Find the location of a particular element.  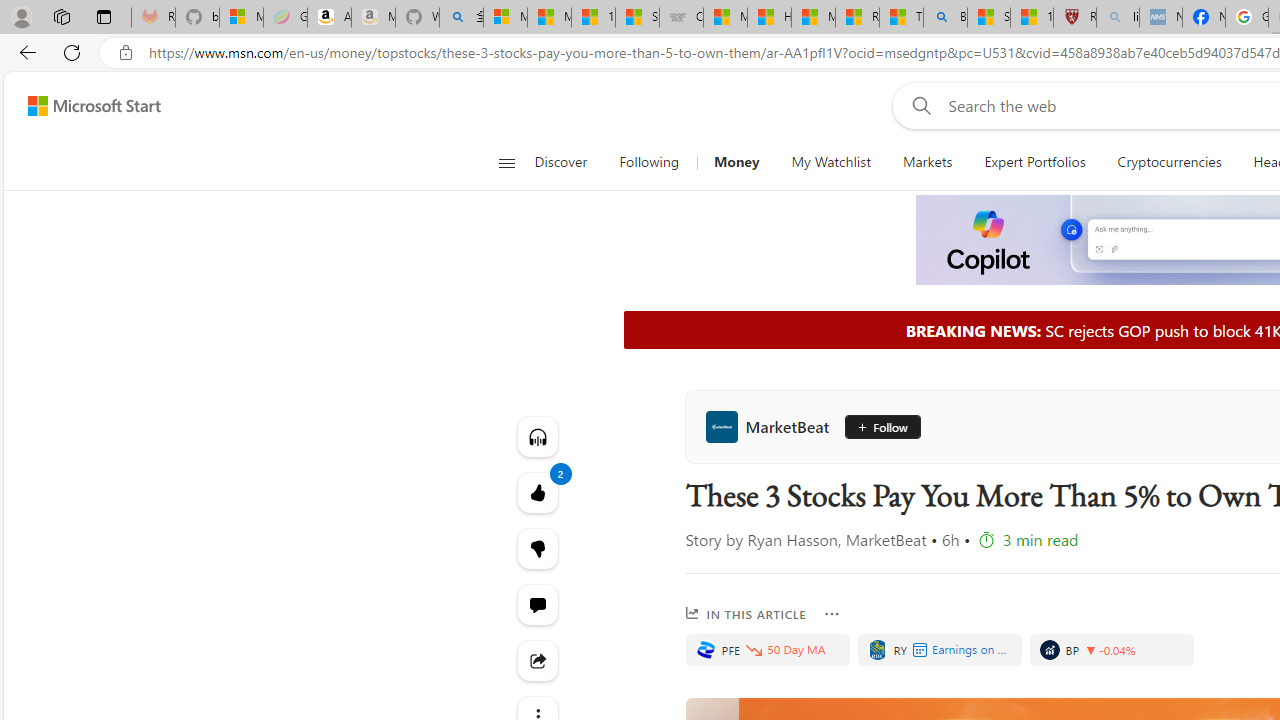

'Open navigation menu' is located at coordinates (506, 162).